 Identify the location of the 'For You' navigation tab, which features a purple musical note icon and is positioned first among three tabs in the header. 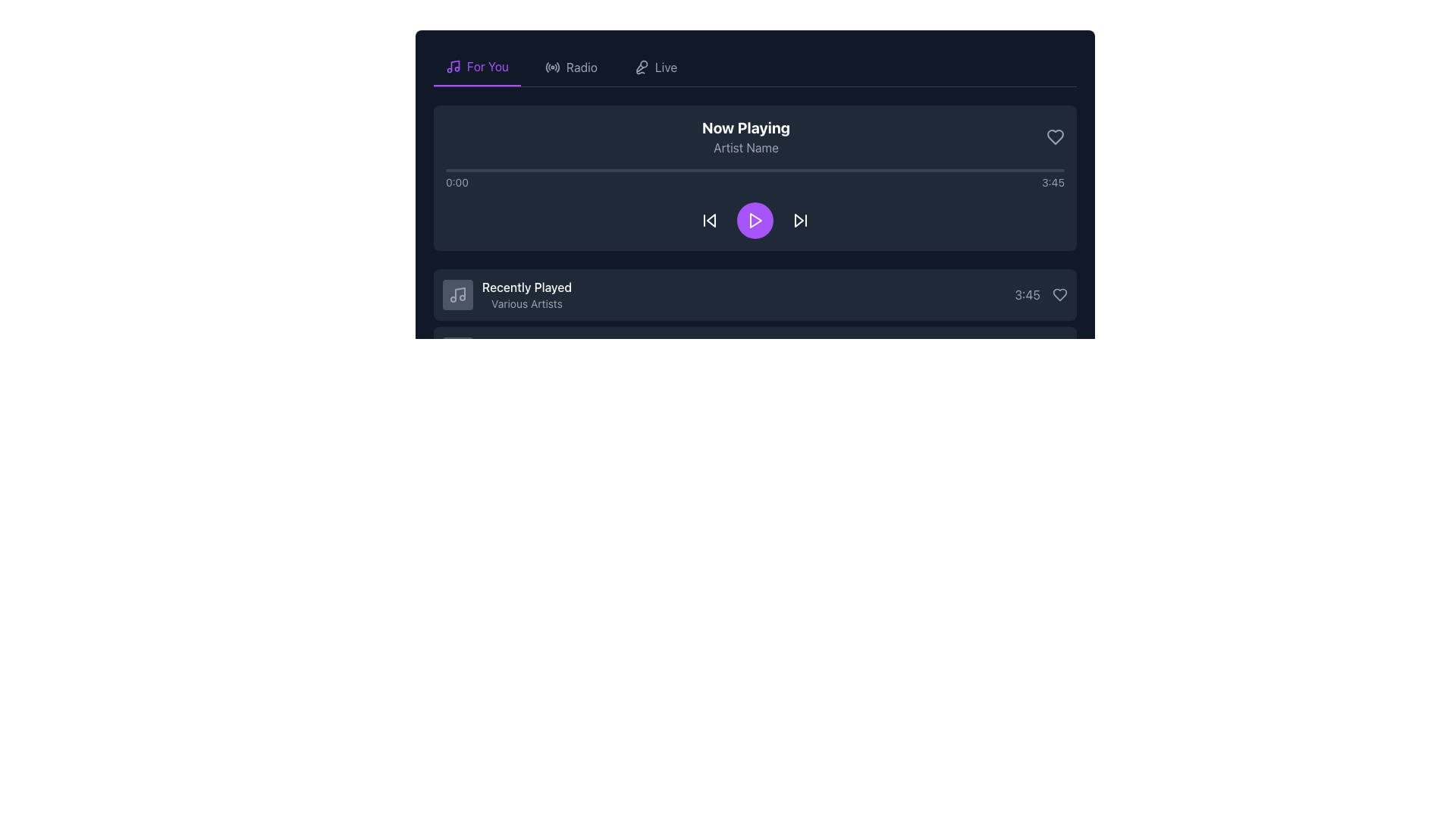
(476, 66).